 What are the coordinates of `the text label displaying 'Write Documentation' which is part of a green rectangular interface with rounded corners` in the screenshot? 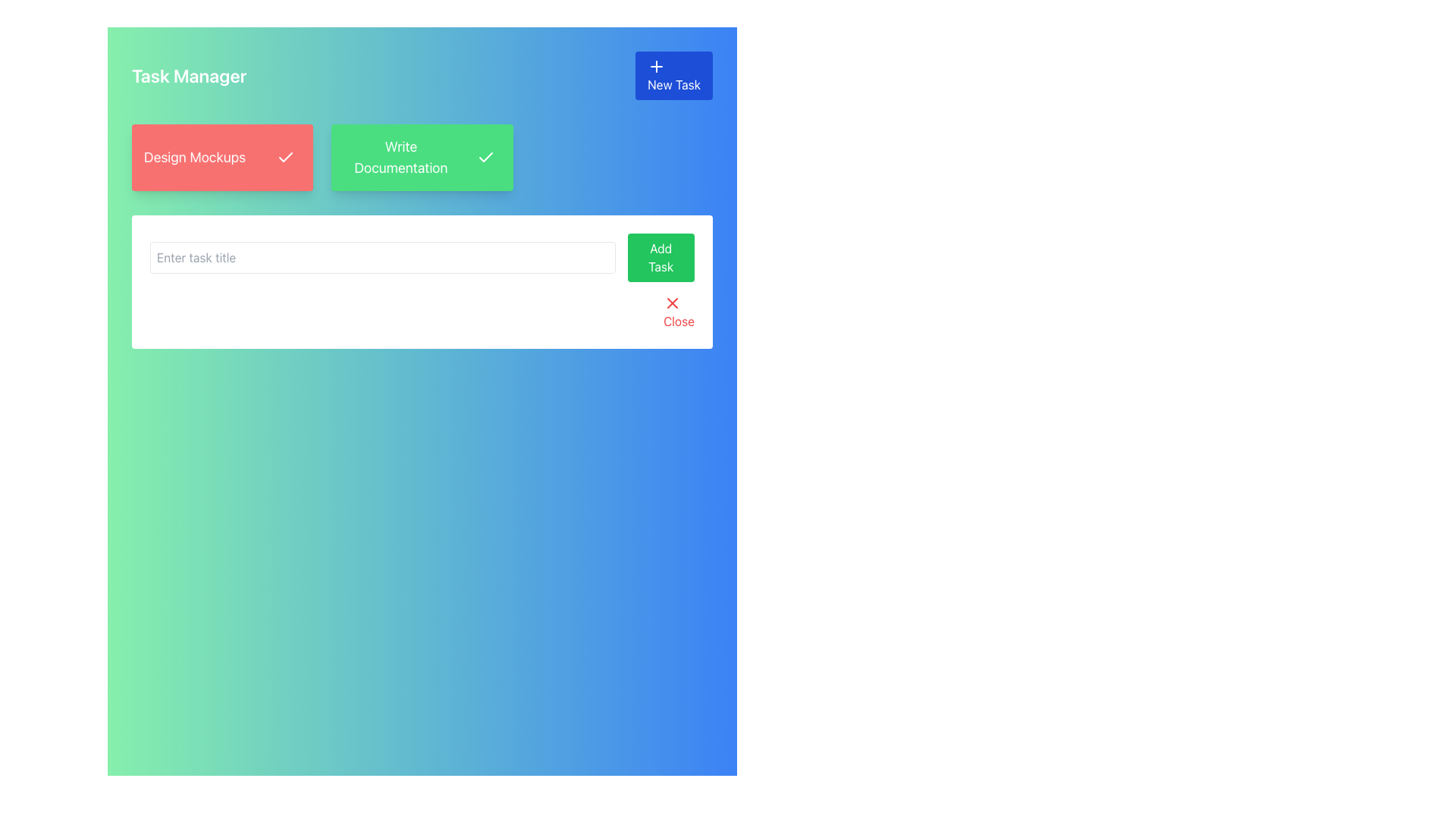 It's located at (400, 158).